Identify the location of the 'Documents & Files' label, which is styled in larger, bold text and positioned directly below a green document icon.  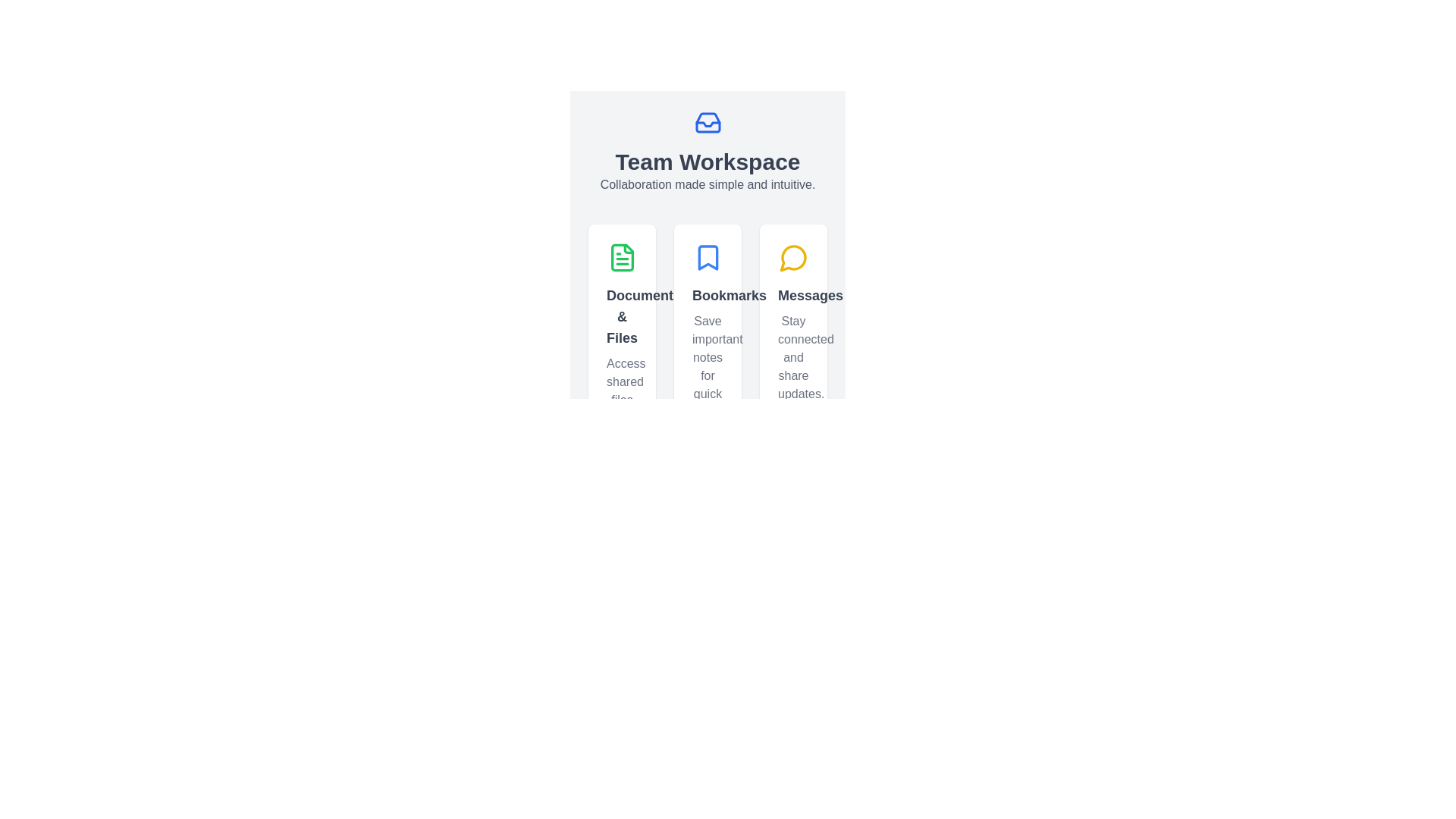
(622, 315).